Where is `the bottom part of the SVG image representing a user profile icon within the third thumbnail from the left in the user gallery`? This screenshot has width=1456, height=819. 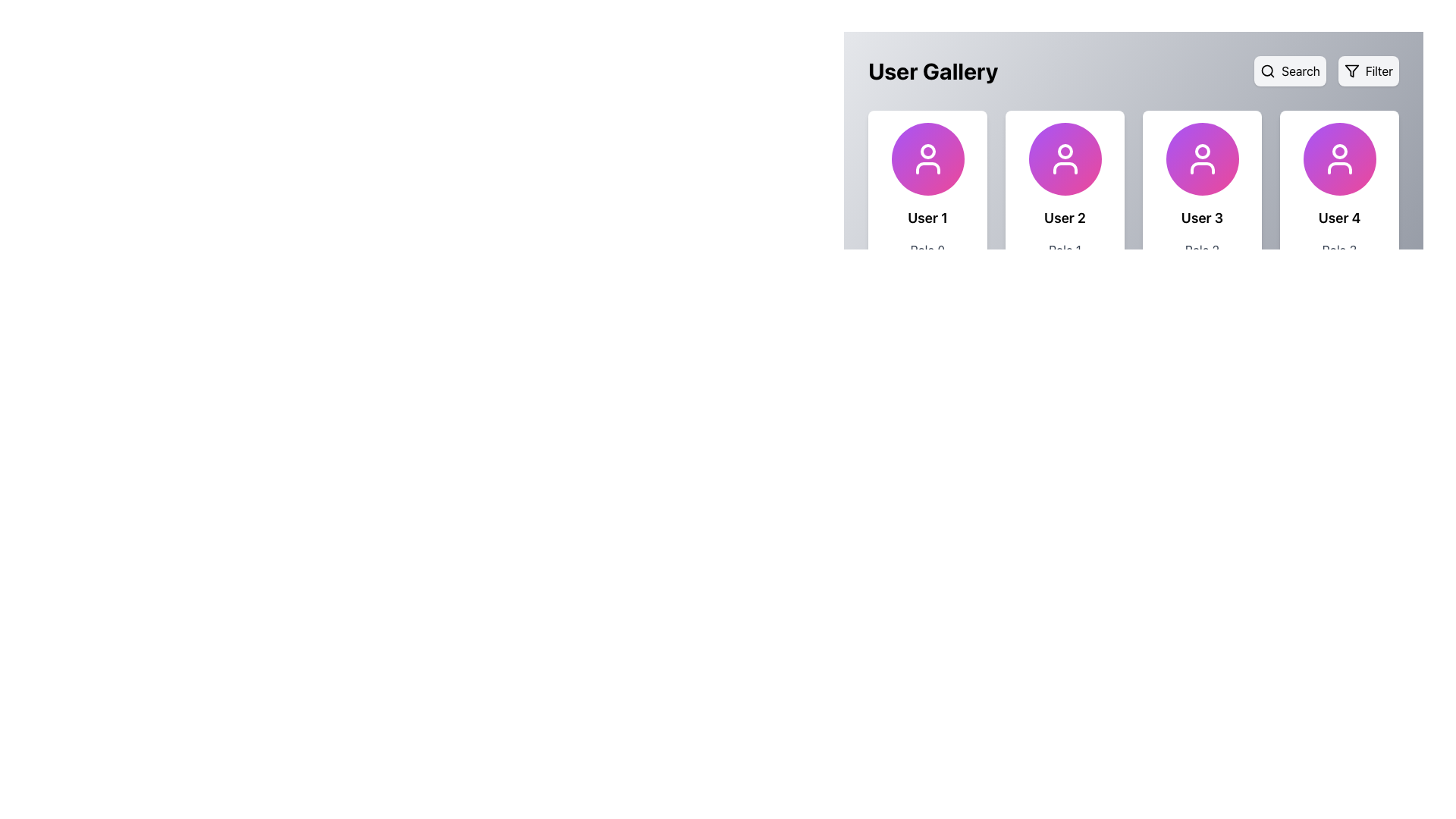 the bottom part of the SVG image representing a user profile icon within the third thumbnail from the left in the user gallery is located at coordinates (1201, 168).